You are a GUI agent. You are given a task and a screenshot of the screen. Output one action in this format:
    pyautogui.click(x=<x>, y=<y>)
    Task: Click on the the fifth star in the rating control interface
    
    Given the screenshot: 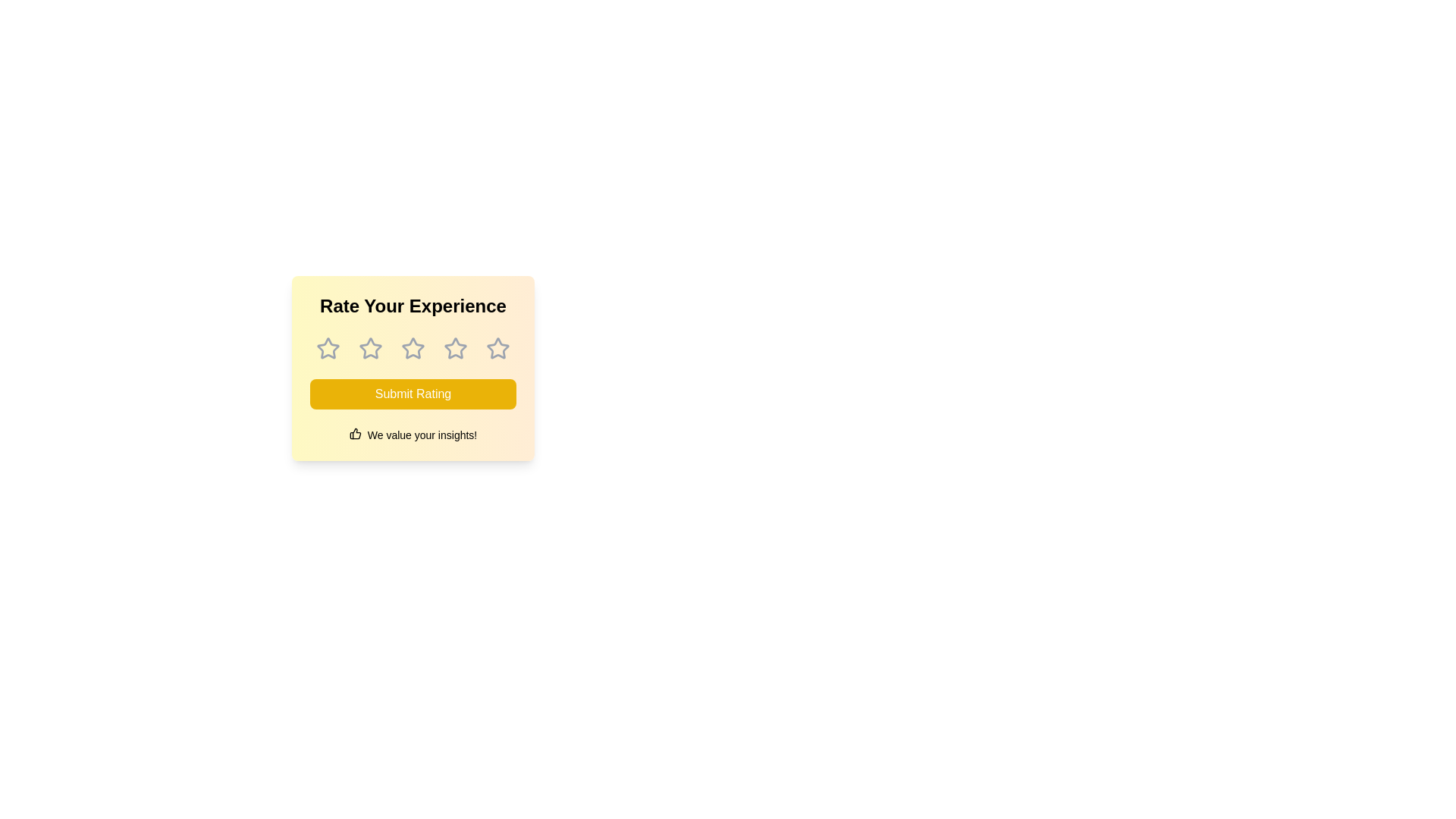 What is the action you would take?
    pyautogui.click(x=498, y=348)
    